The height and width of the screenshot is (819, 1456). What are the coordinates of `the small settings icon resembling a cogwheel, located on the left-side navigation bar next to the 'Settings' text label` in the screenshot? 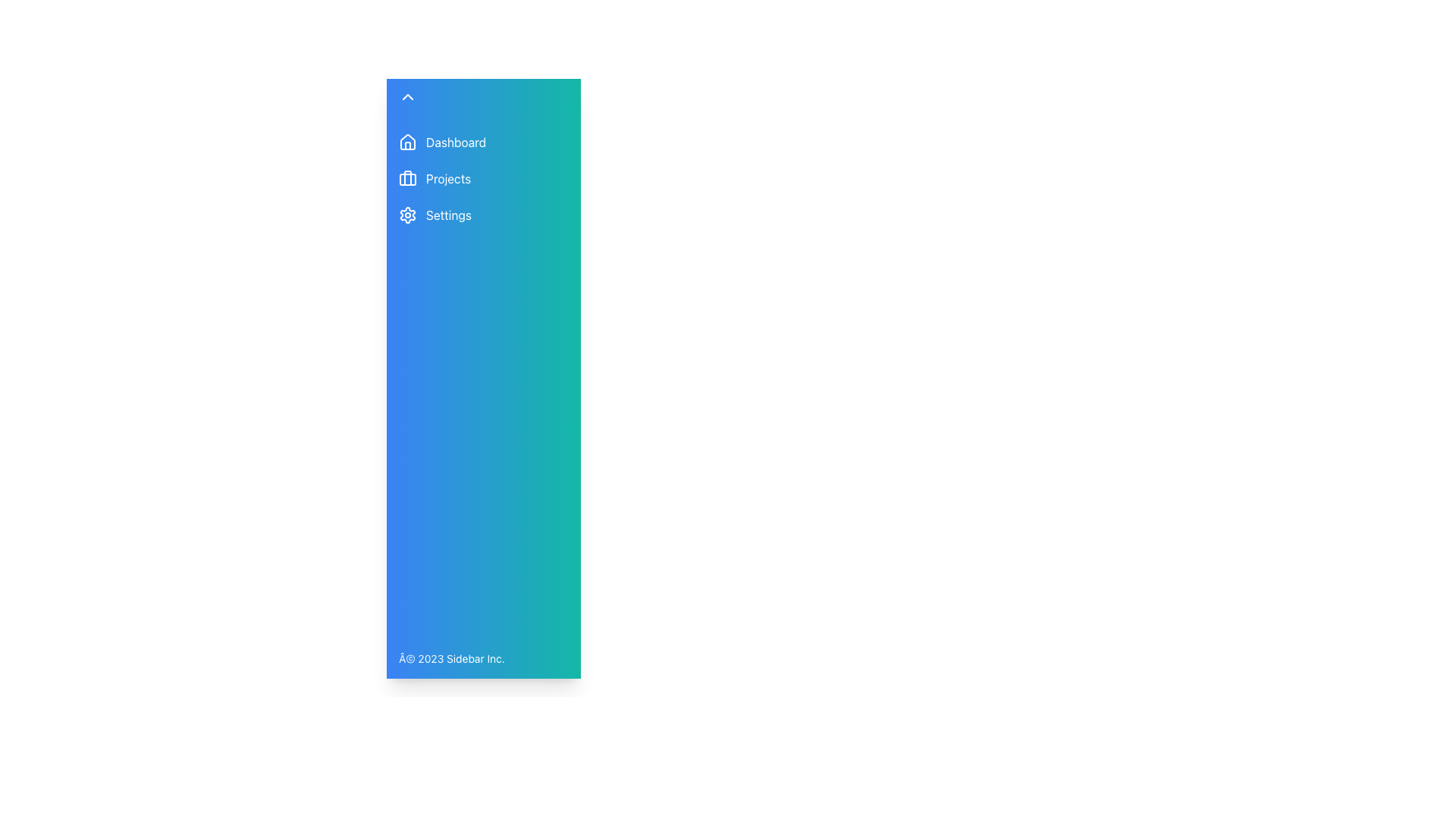 It's located at (407, 215).